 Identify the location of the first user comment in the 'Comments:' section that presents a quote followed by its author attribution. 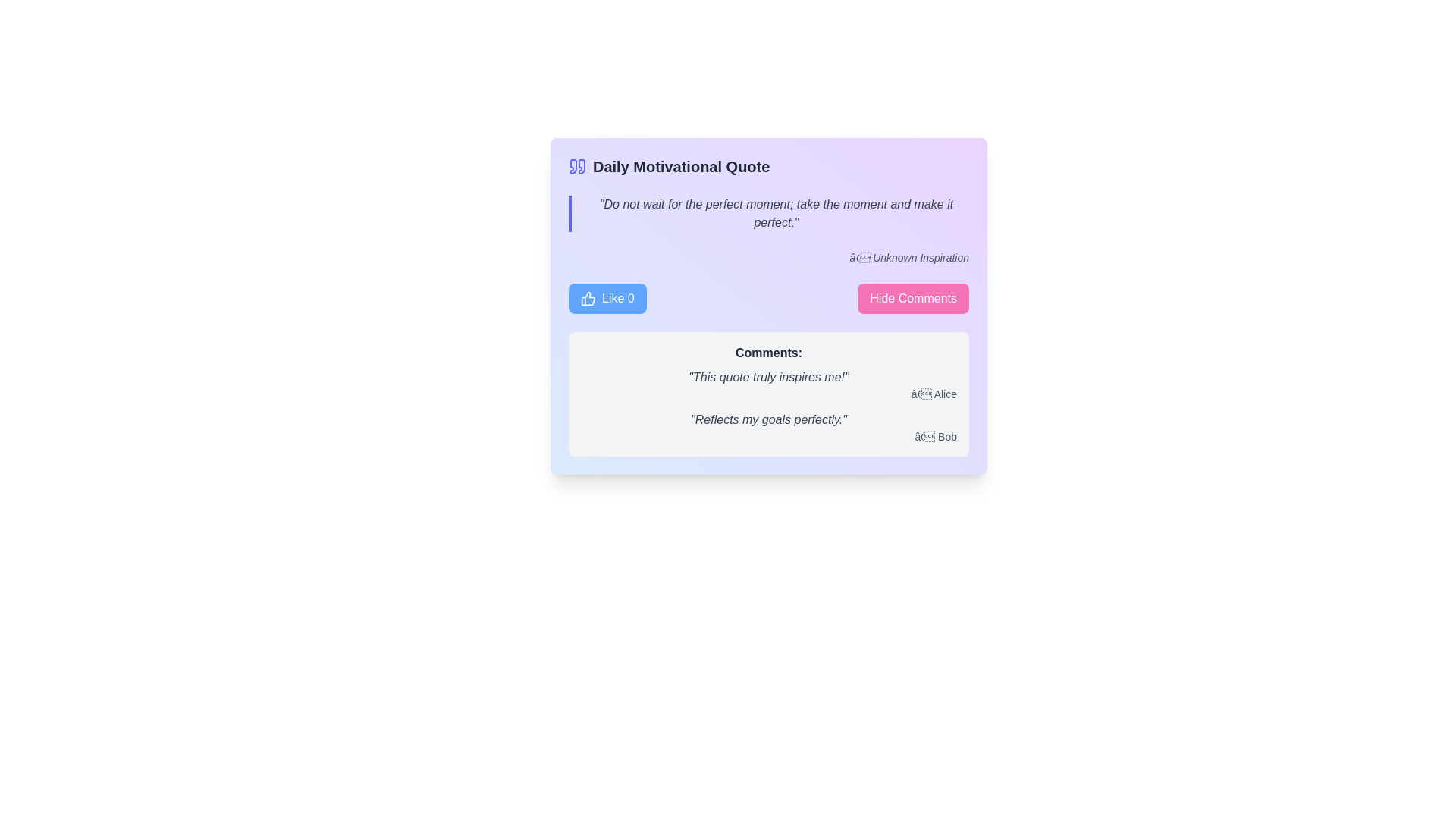
(768, 384).